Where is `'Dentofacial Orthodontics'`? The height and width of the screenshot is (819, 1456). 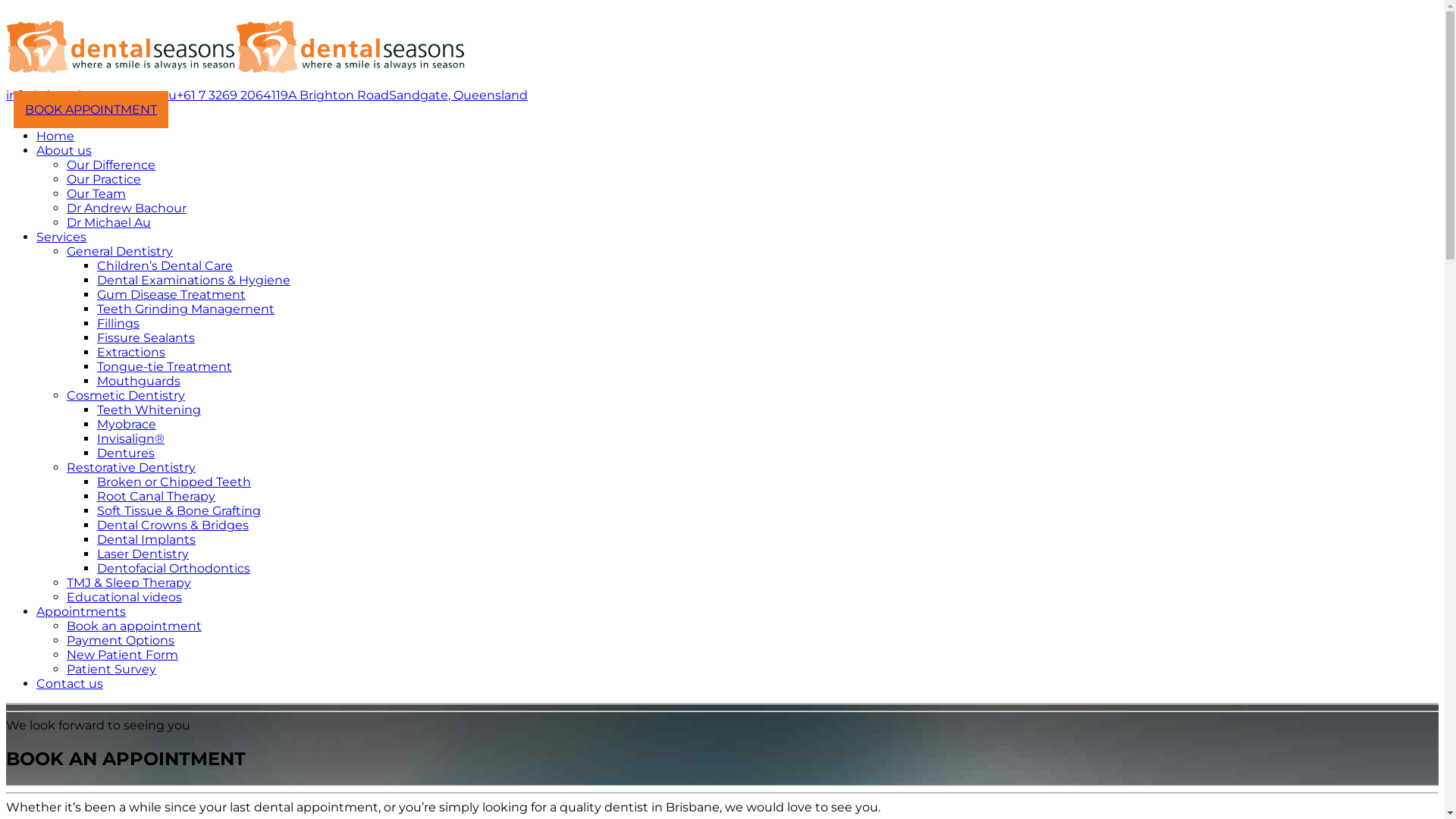
'Dentofacial Orthodontics' is located at coordinates (174, 568).